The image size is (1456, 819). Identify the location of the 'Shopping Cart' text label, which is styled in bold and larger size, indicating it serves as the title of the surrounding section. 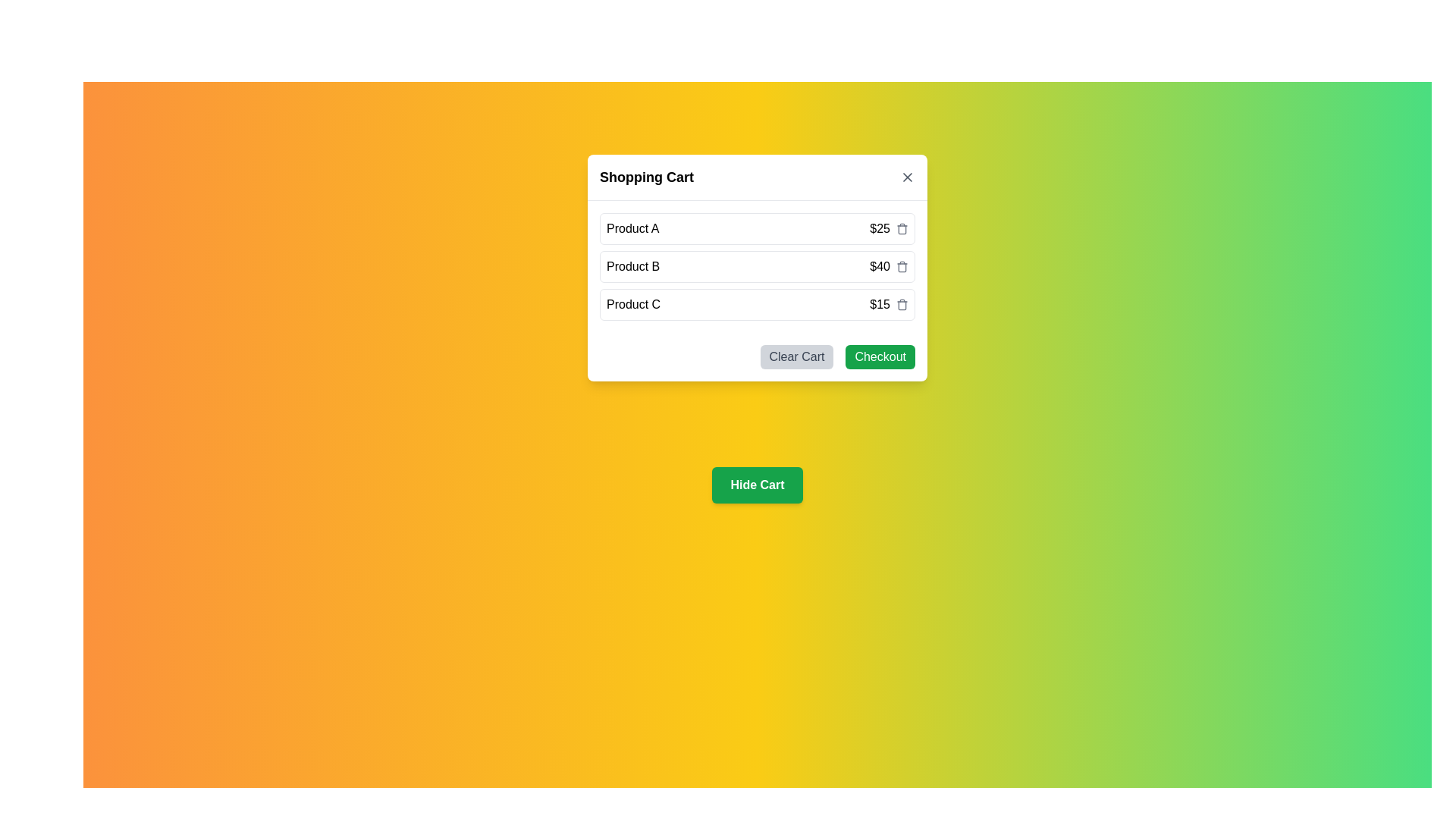
(647, 177).